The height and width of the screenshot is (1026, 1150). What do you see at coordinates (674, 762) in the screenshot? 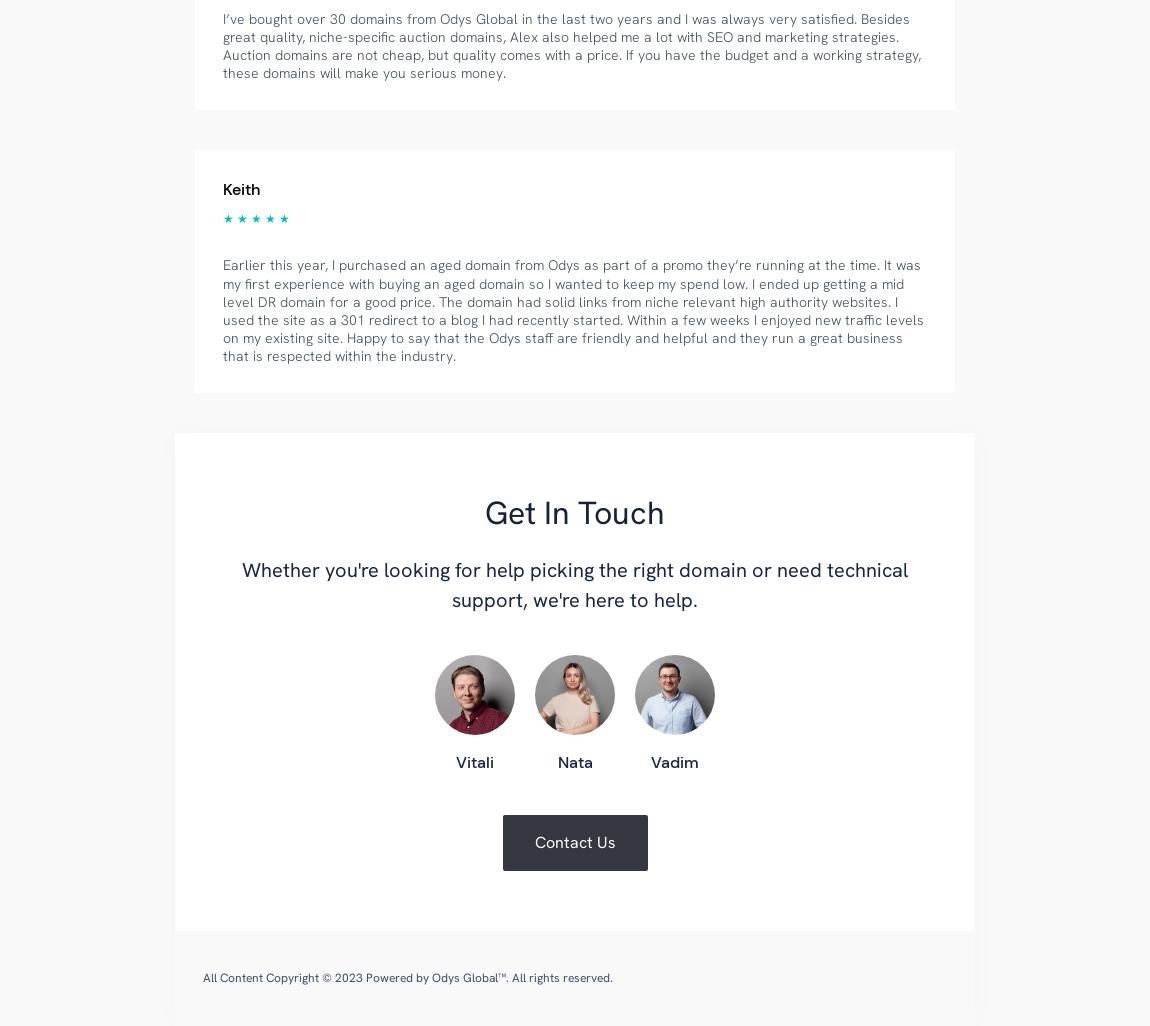
I see `'Vadim'` at bounding box center [674, 762].